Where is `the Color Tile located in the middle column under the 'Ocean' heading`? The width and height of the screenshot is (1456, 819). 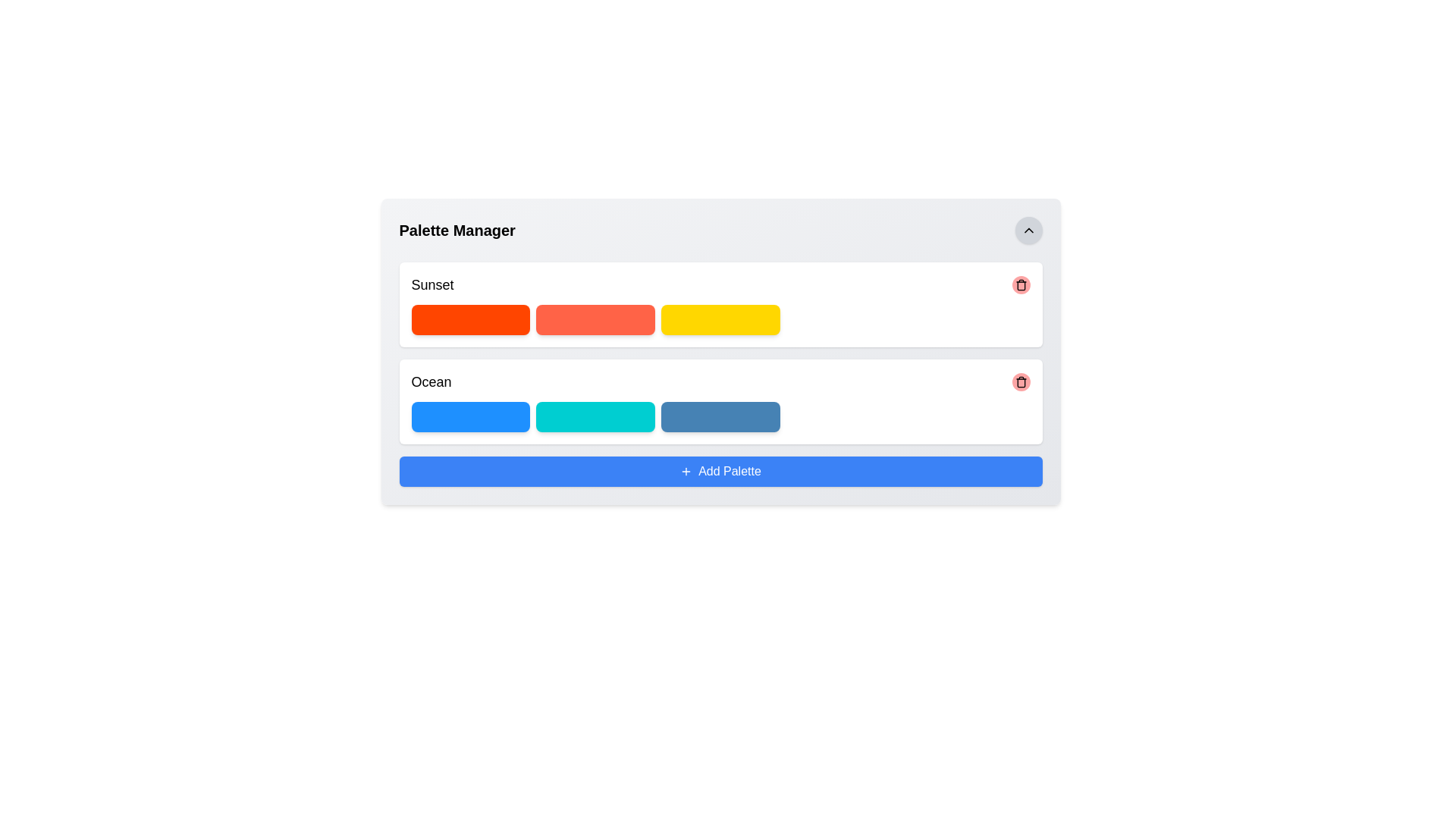 the Color Tile located in the middle column under the 'Ocean' heading is located at coordinates (595, 417).